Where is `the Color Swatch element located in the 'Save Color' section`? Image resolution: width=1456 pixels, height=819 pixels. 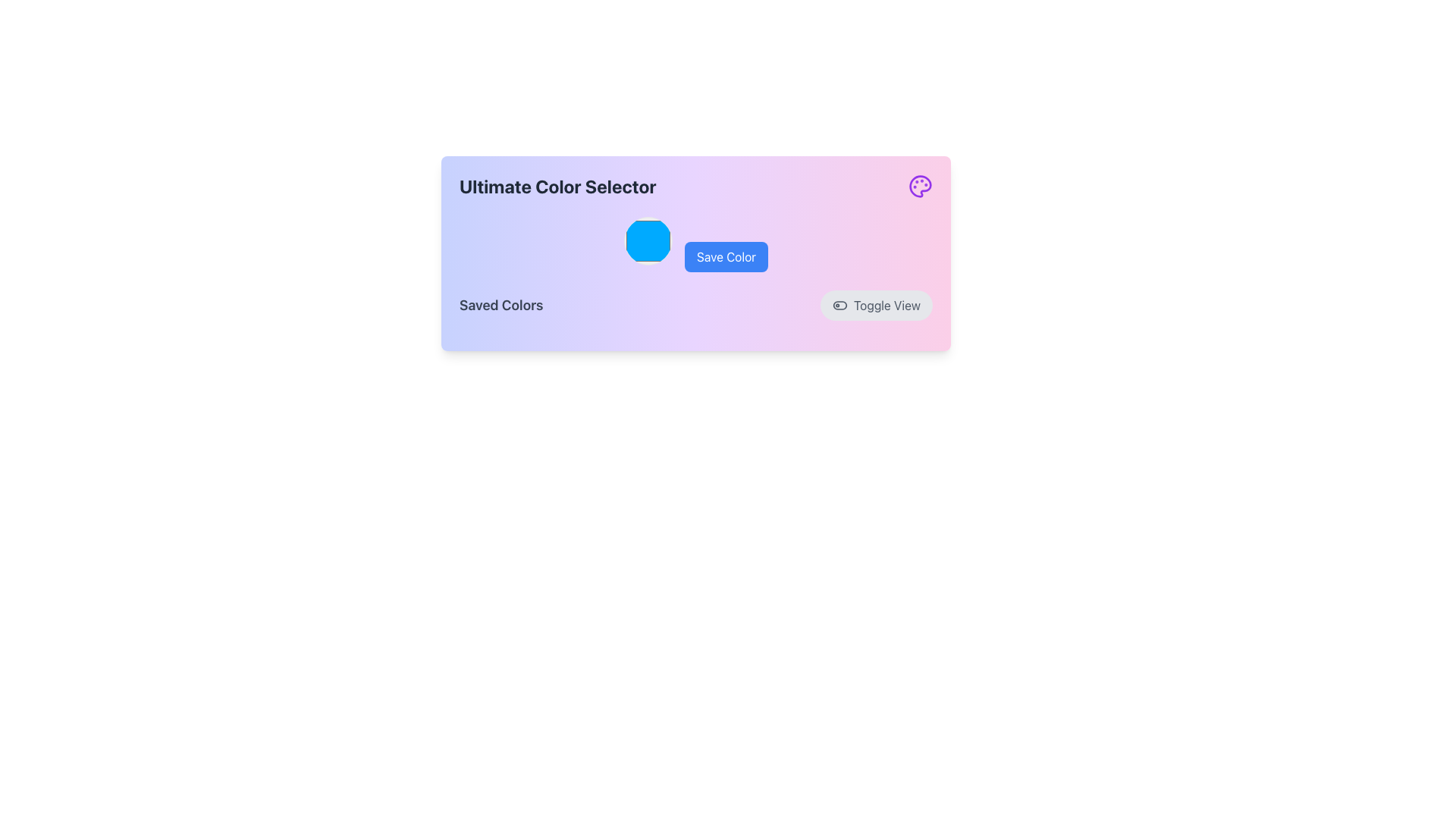
the Color Swatch element located in the 'Save Color' section is located at coordinates (648, 240).